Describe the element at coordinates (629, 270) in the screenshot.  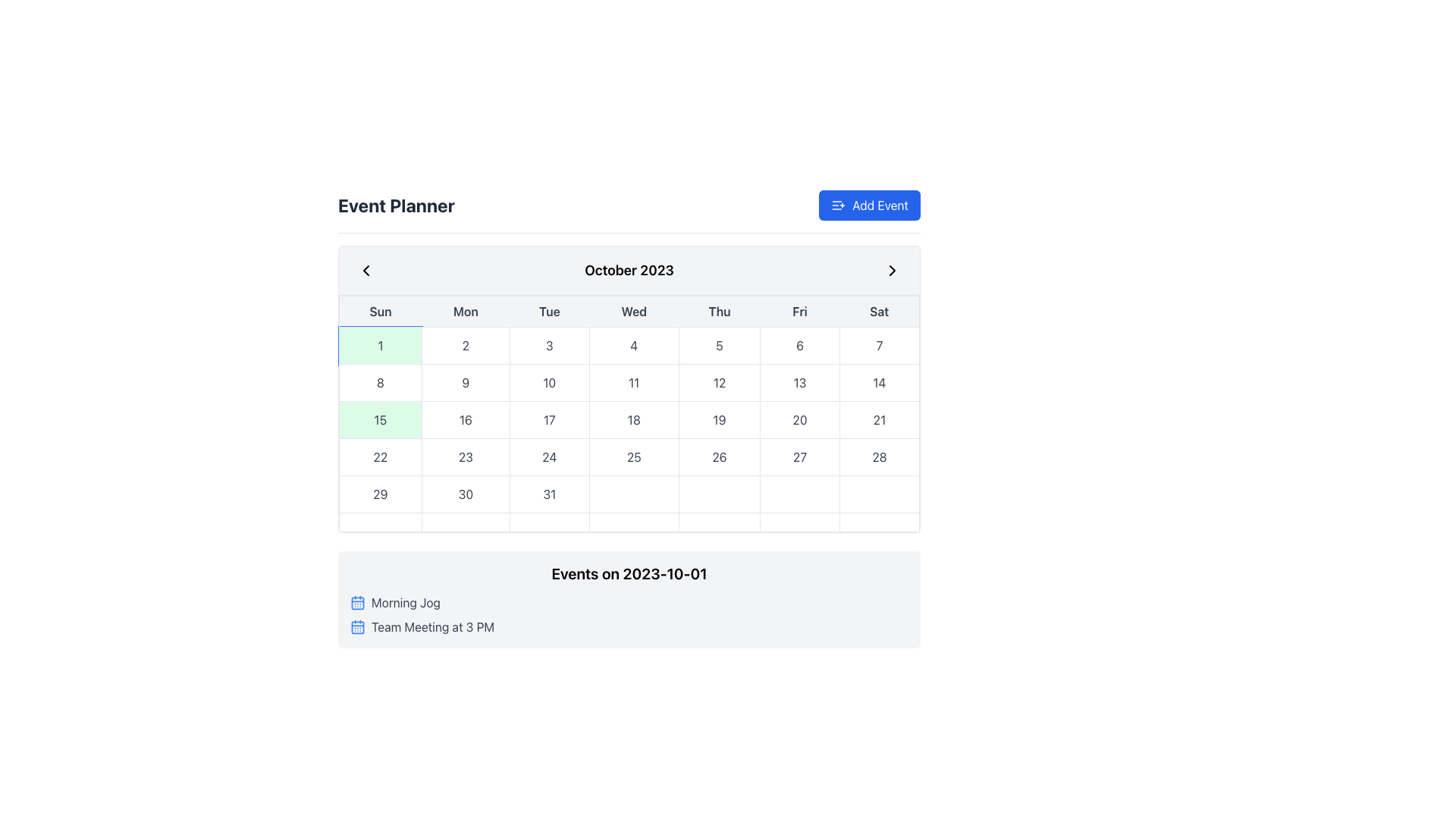
I see `the bold text 'October 2023' in the Calendar header` at that location.